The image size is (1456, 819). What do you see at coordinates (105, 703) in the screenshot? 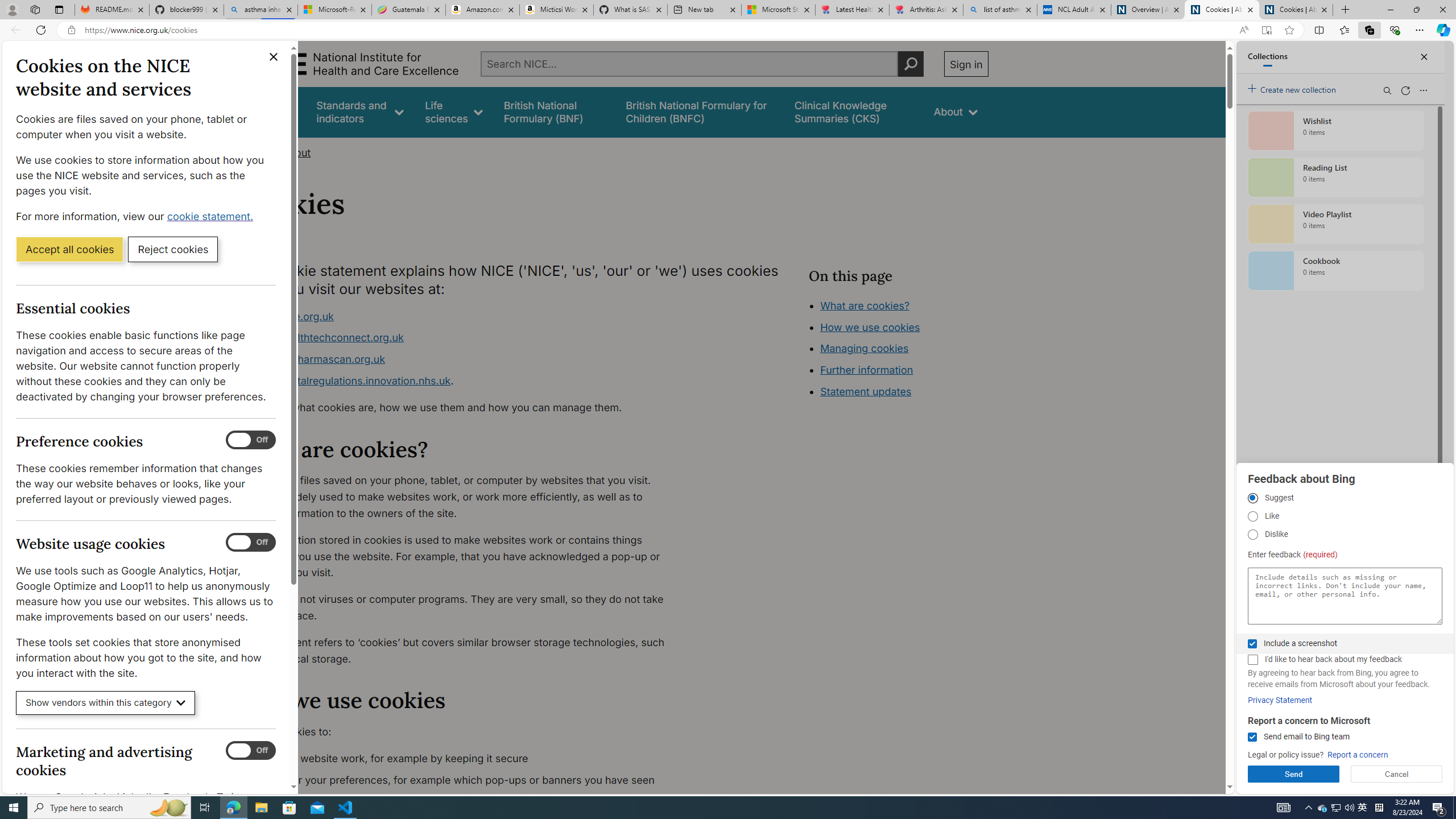
I see `'Show vendors within this category'` at bounding box center [105, 703].